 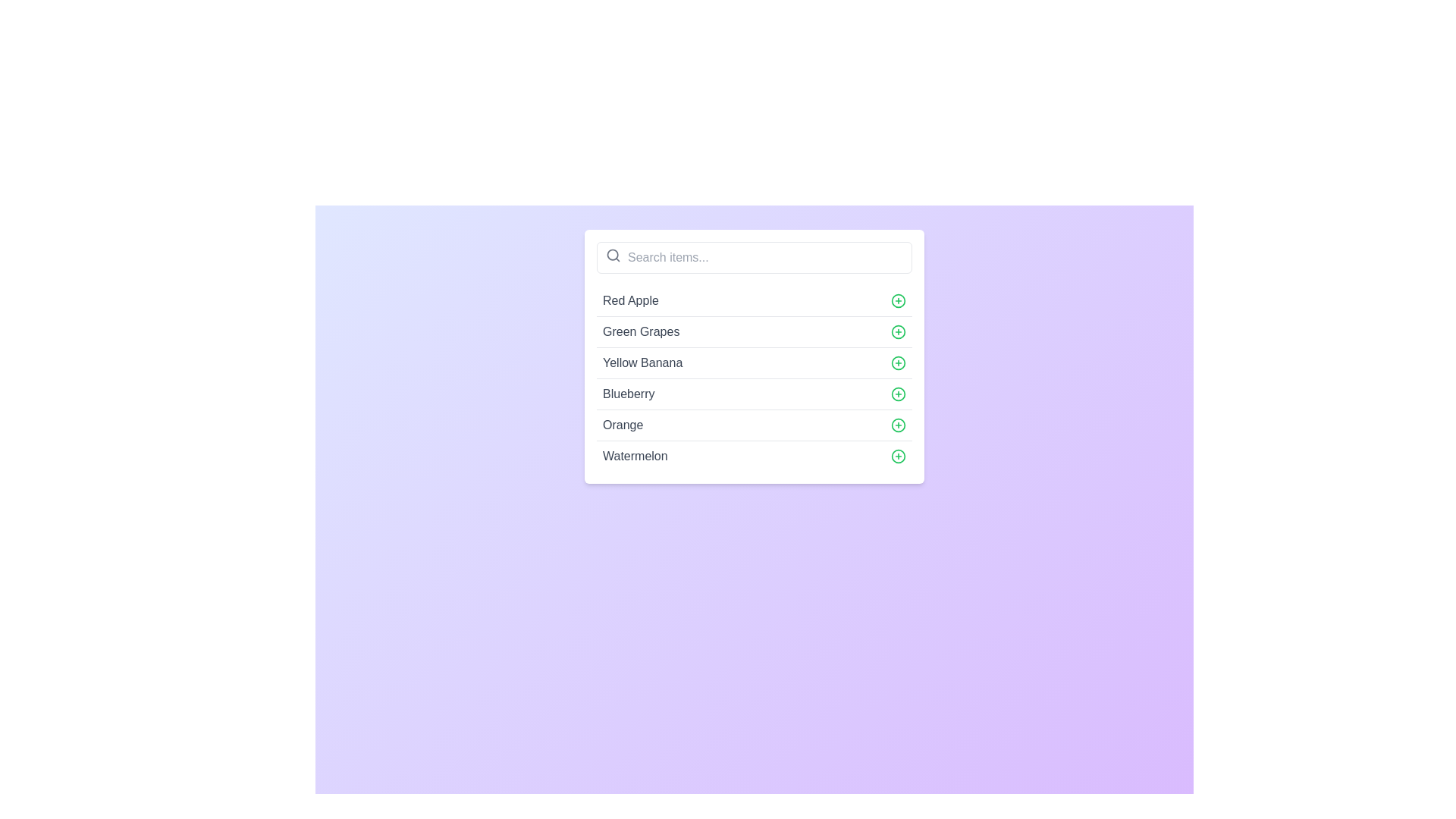 What do you see at coordinates (642, 362) in the screenshot?
I see `the static text label representing the option 'Yellow Banana' in the list of selectable items` at bounding box center [642, 362].